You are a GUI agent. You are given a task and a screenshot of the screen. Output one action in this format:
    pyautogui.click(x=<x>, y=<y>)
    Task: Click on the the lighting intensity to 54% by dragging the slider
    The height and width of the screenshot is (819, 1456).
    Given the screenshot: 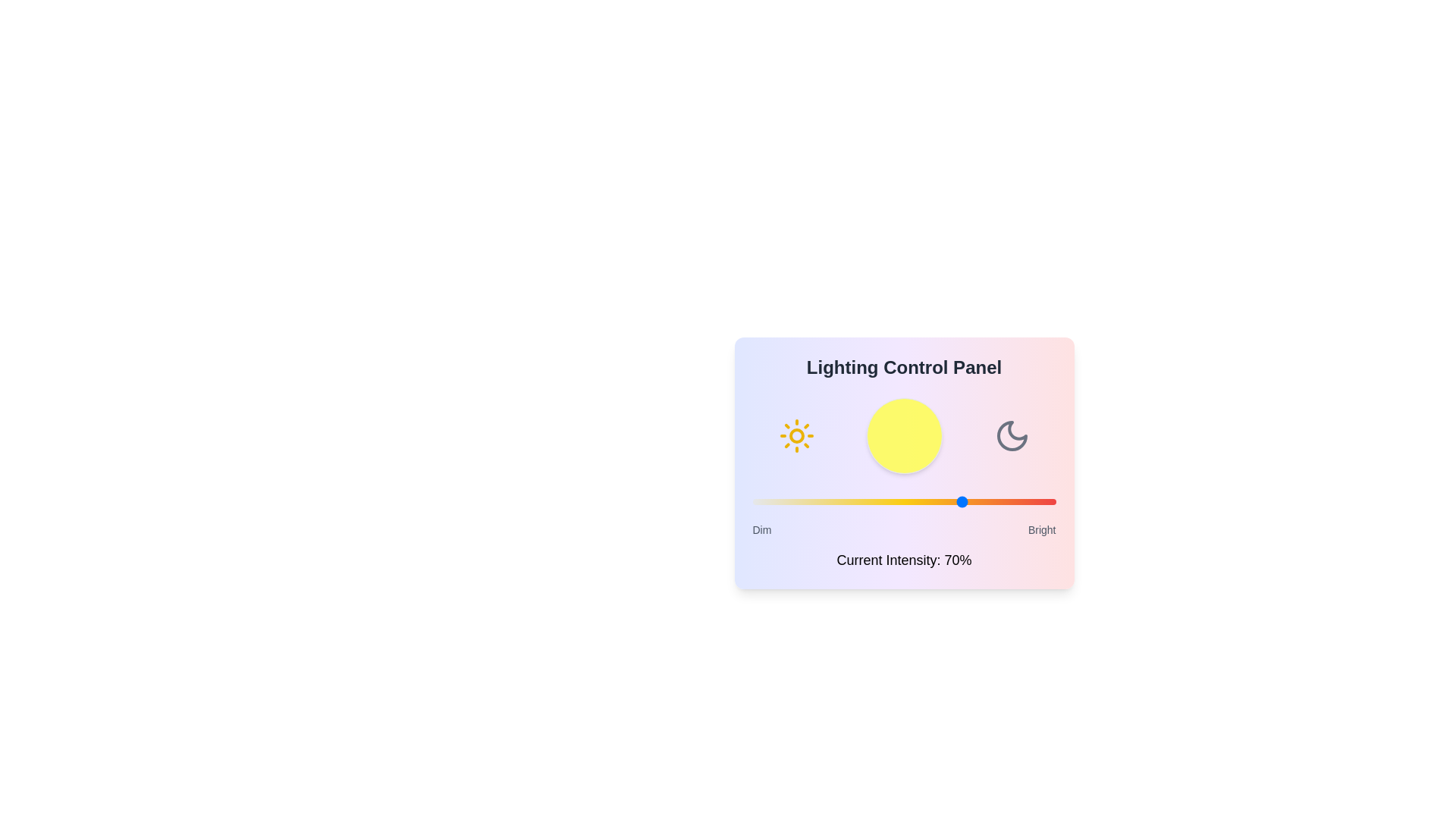 What is the action you would take?
    pyautogui.click(x=915, y=502)
    